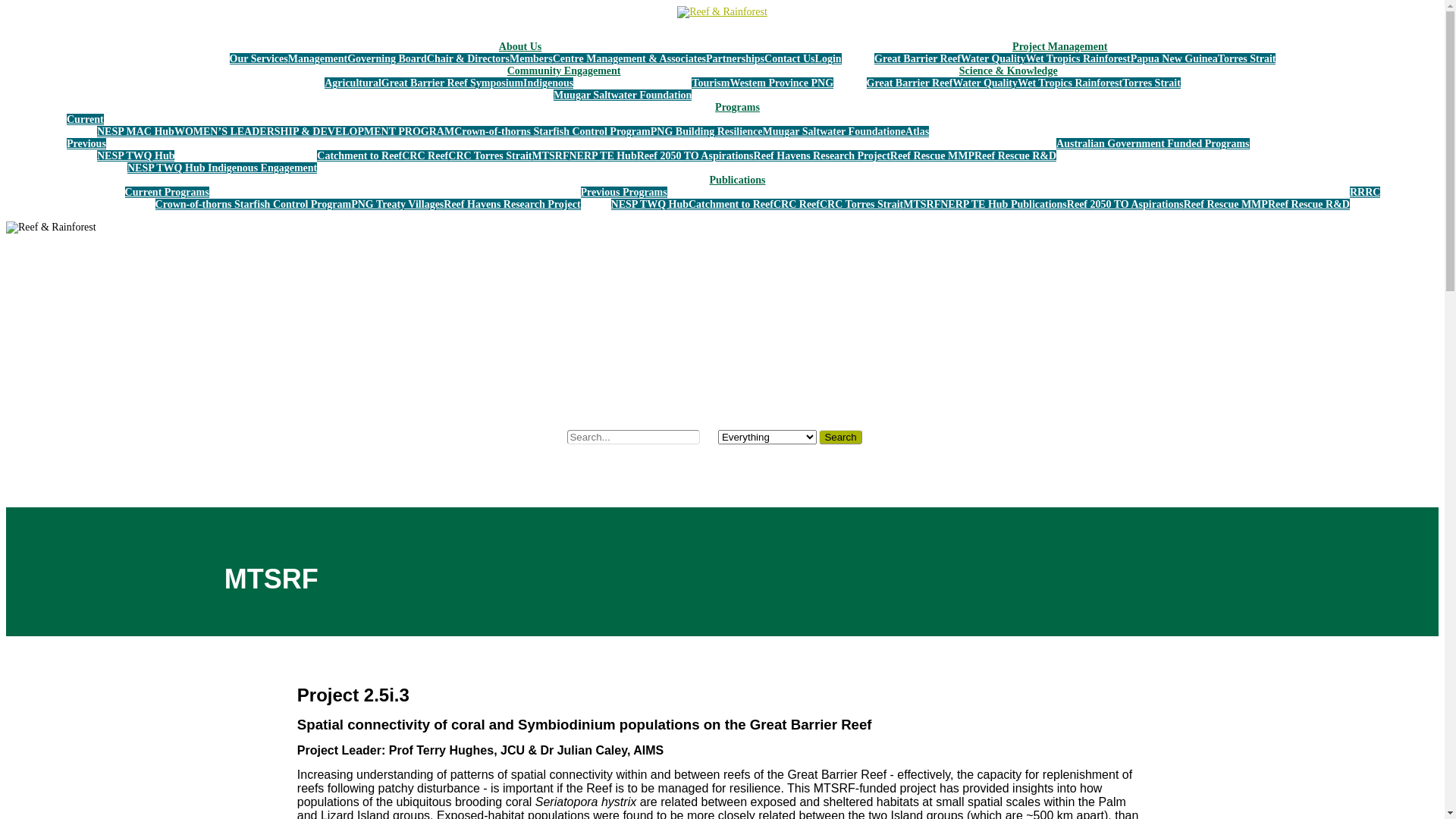 This screenshot has height=819, width=1456. What do you see at coordinates (425, 155) in the screenshot?
I see `'CRC Reef'` at bounding box center [425, 155].